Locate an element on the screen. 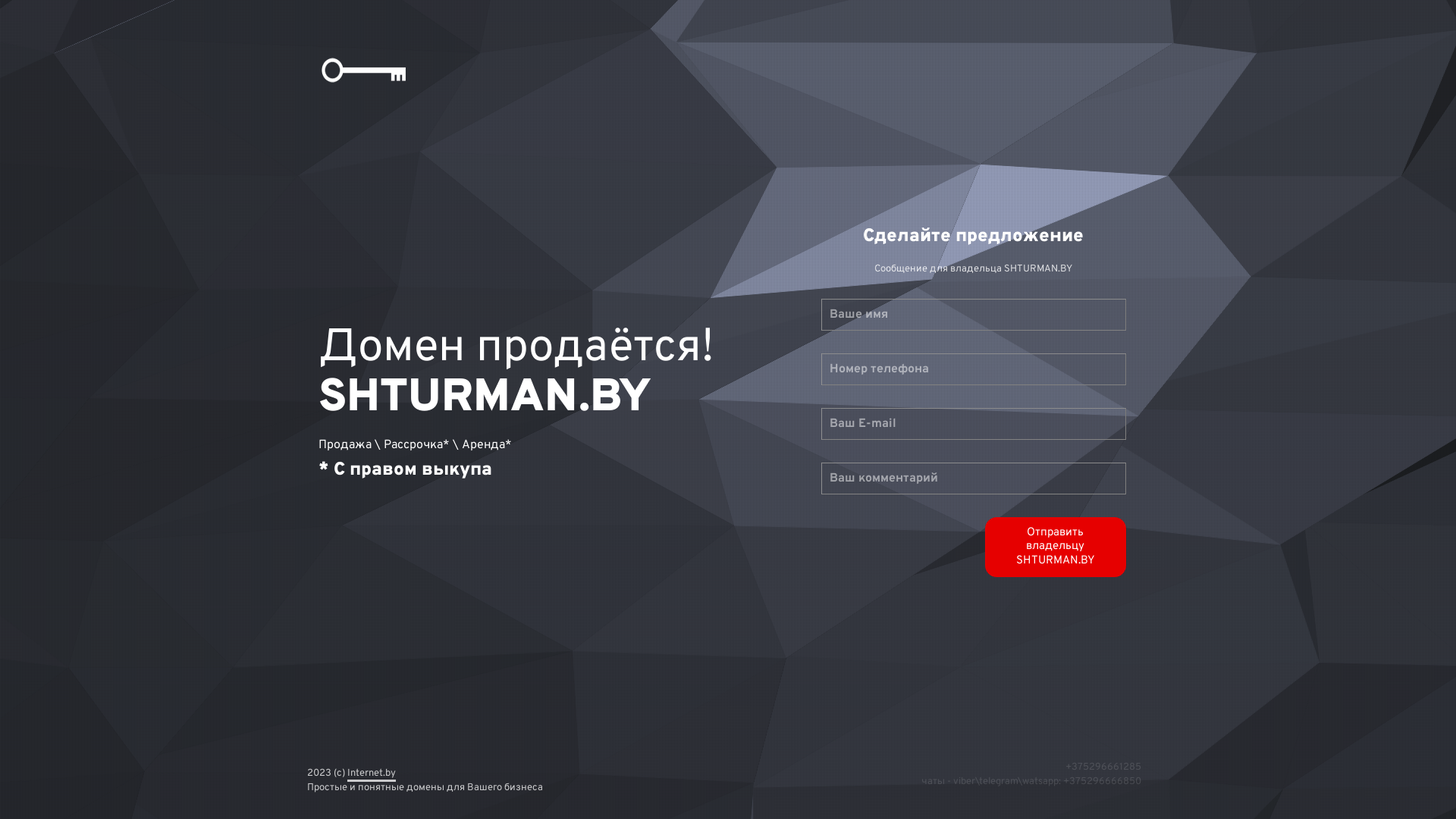 This screenshot has height=819, width=1456. '+375296661285' is located at coordinates (1103, 766).